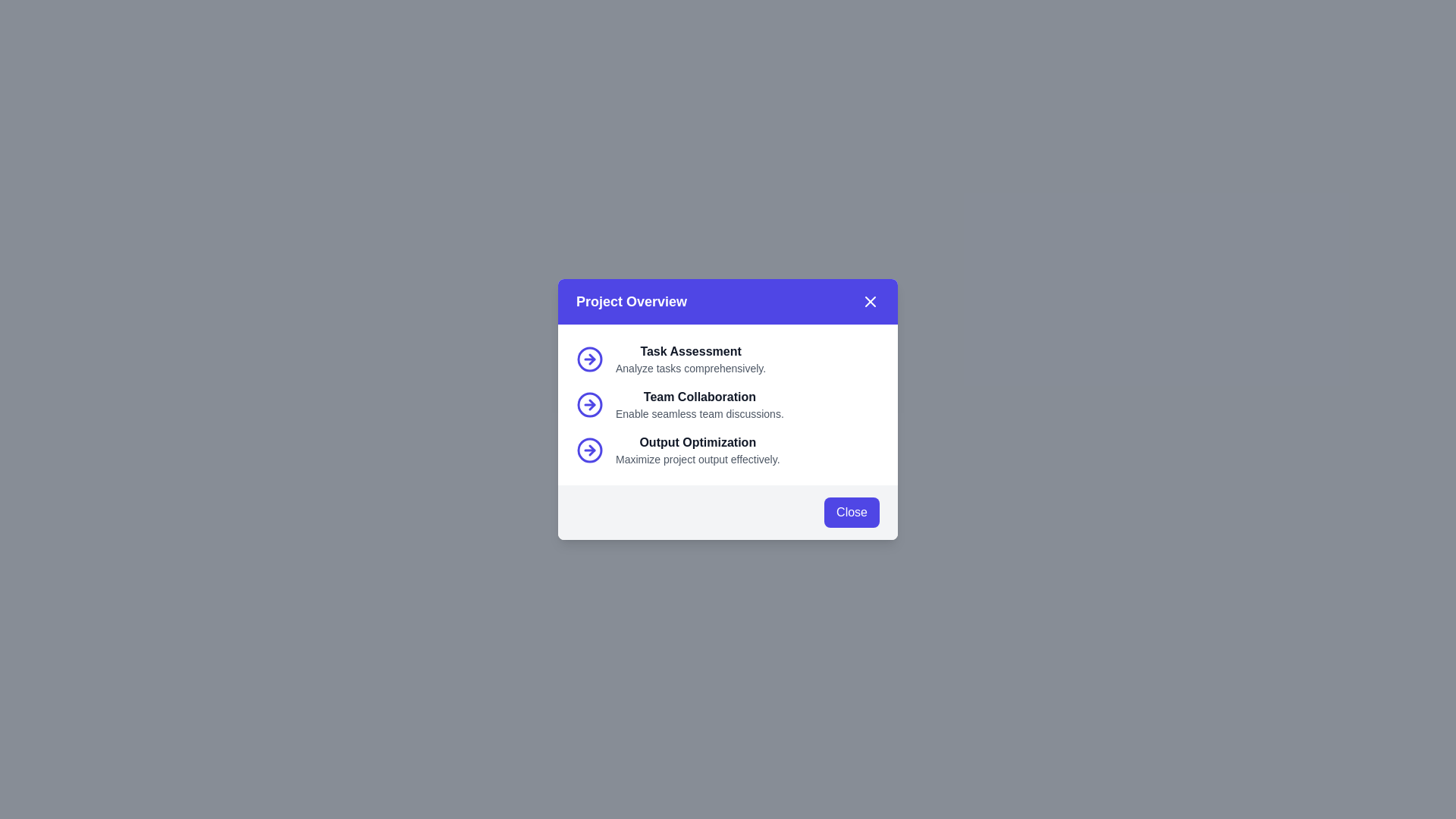 This screenshot has width=1456, height=819. Describe the element at coordinates (697, 442) in the screenshot. I see `the text label reading 'Output Optimization' which is part of the 'Project Overview' modal, positioned between 'Team Collaboration' and its descriptive text` at that location.